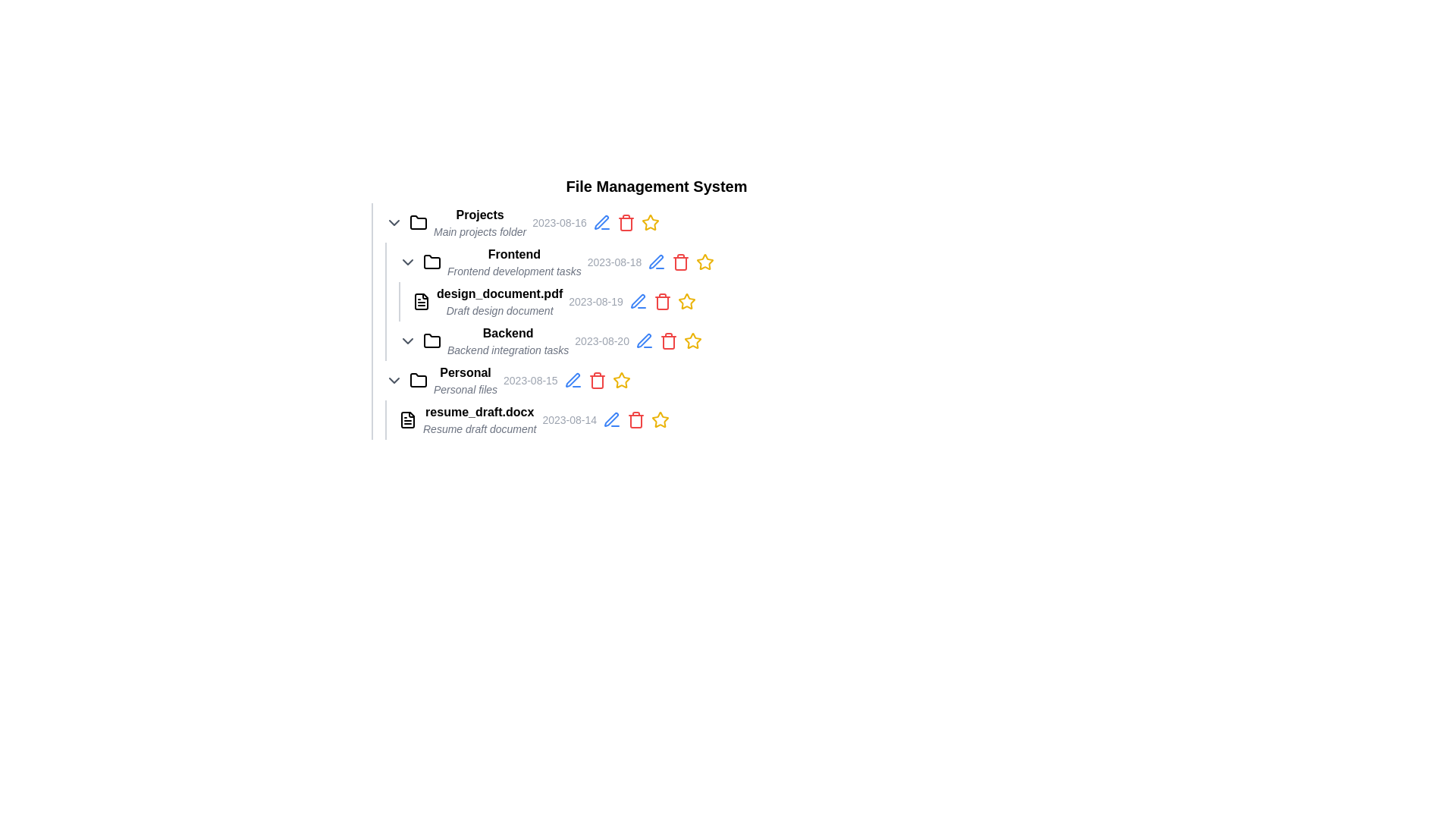 This screenshot has height=819, width=1456. What do you see at coordinates (514, 262) in the screenshot?
I see `the 'Frontend' text label` at bounding box center [514, 262].